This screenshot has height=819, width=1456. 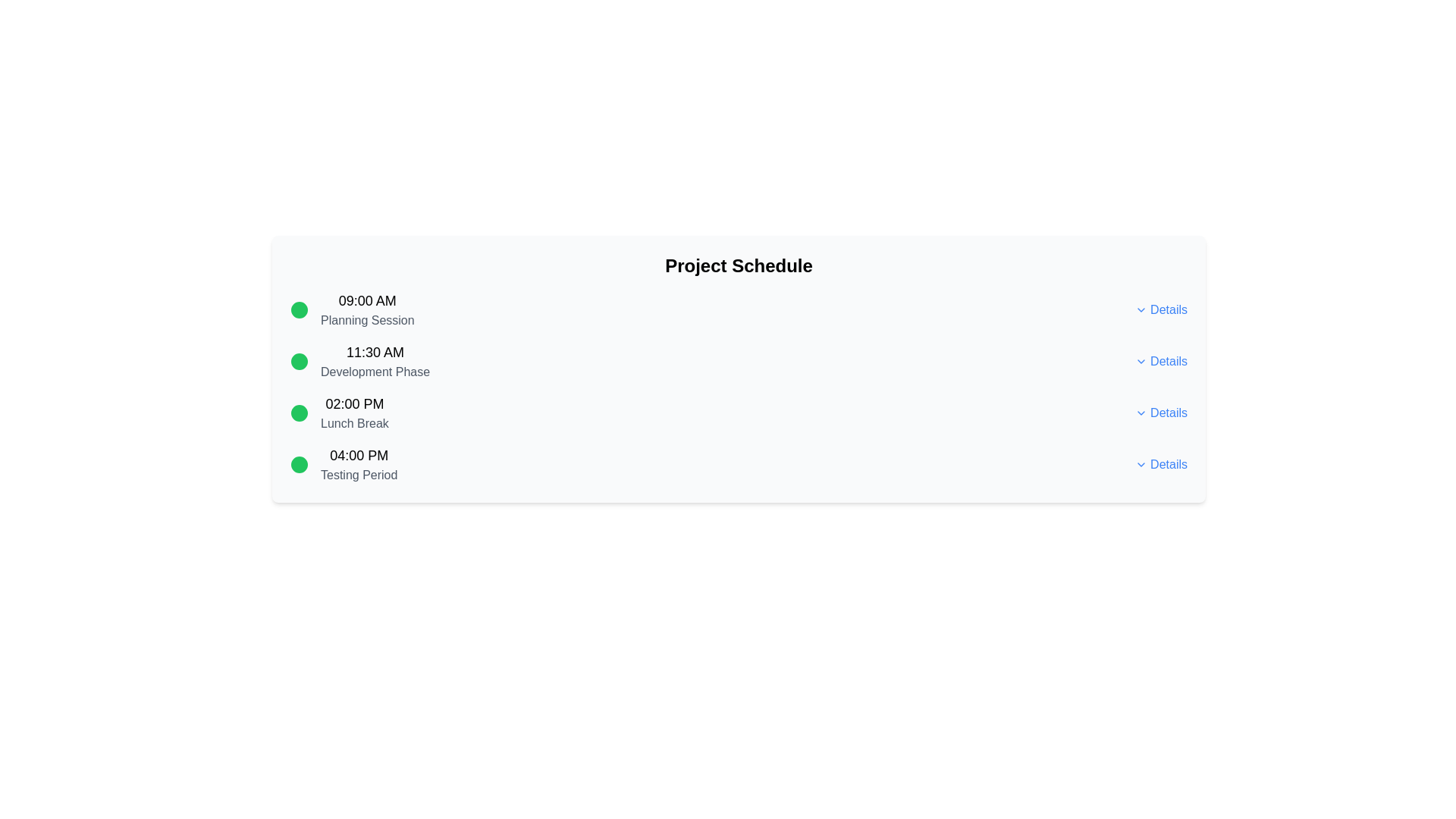 I want to click on the downward-pointing chevron icon located next to the text 'Details' in the first row of the list, so click(x=1141, y=309).